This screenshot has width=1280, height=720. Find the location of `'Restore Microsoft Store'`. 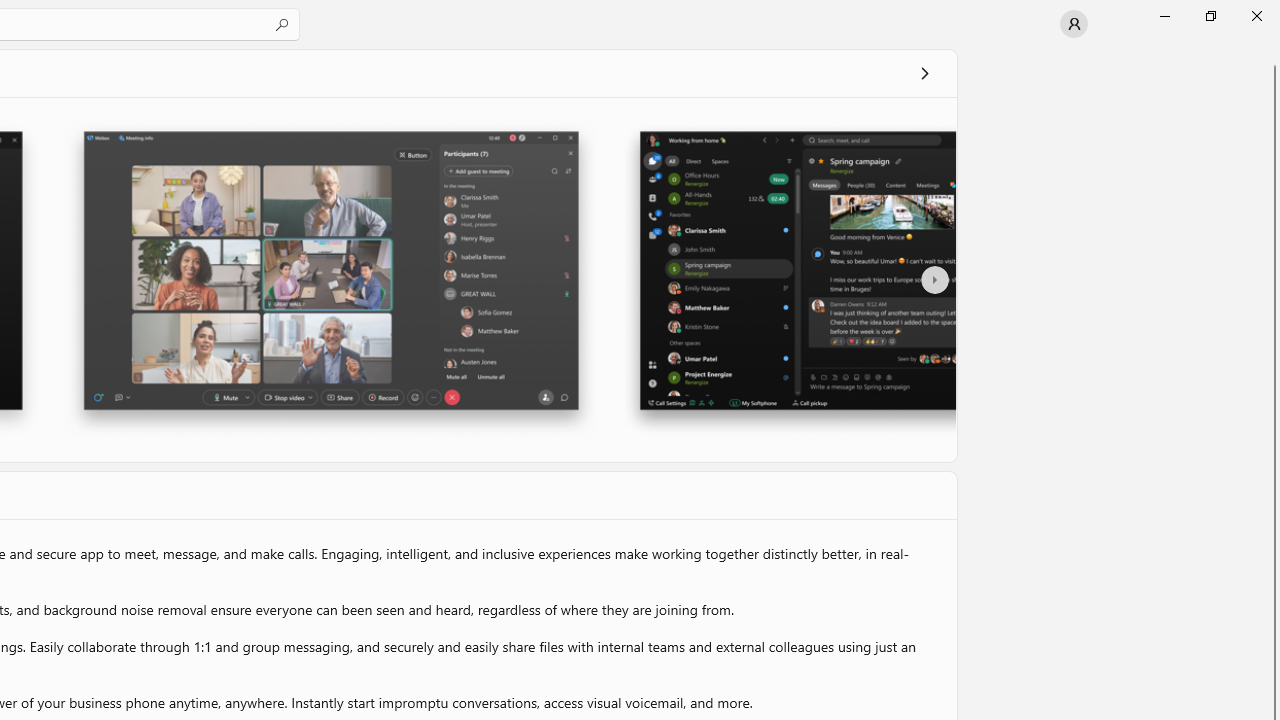

'Restore Microsoft Store' is located at coordinates (1209, 15).